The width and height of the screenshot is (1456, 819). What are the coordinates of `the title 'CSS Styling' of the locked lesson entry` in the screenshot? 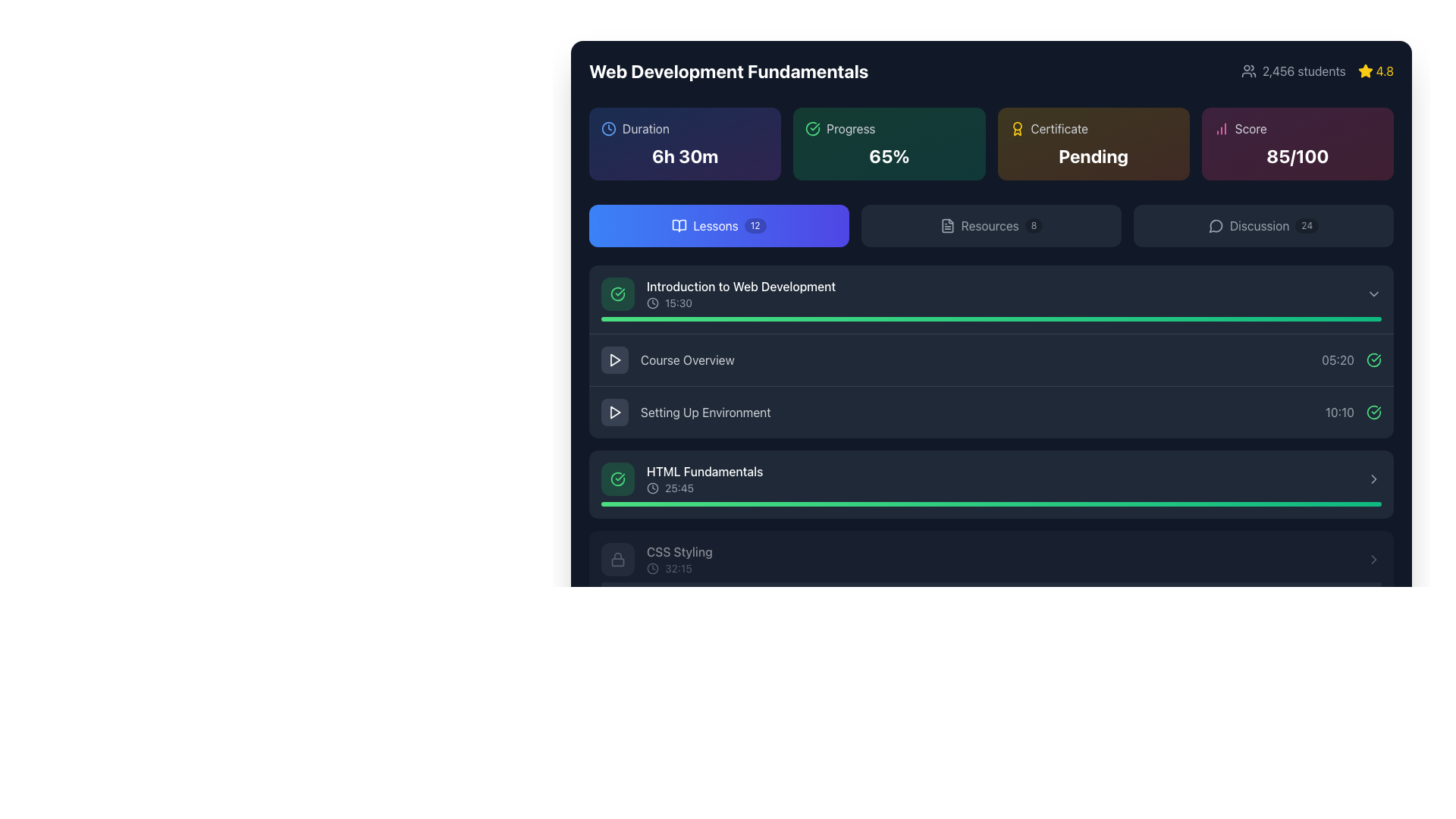 It's located at (679, 559).